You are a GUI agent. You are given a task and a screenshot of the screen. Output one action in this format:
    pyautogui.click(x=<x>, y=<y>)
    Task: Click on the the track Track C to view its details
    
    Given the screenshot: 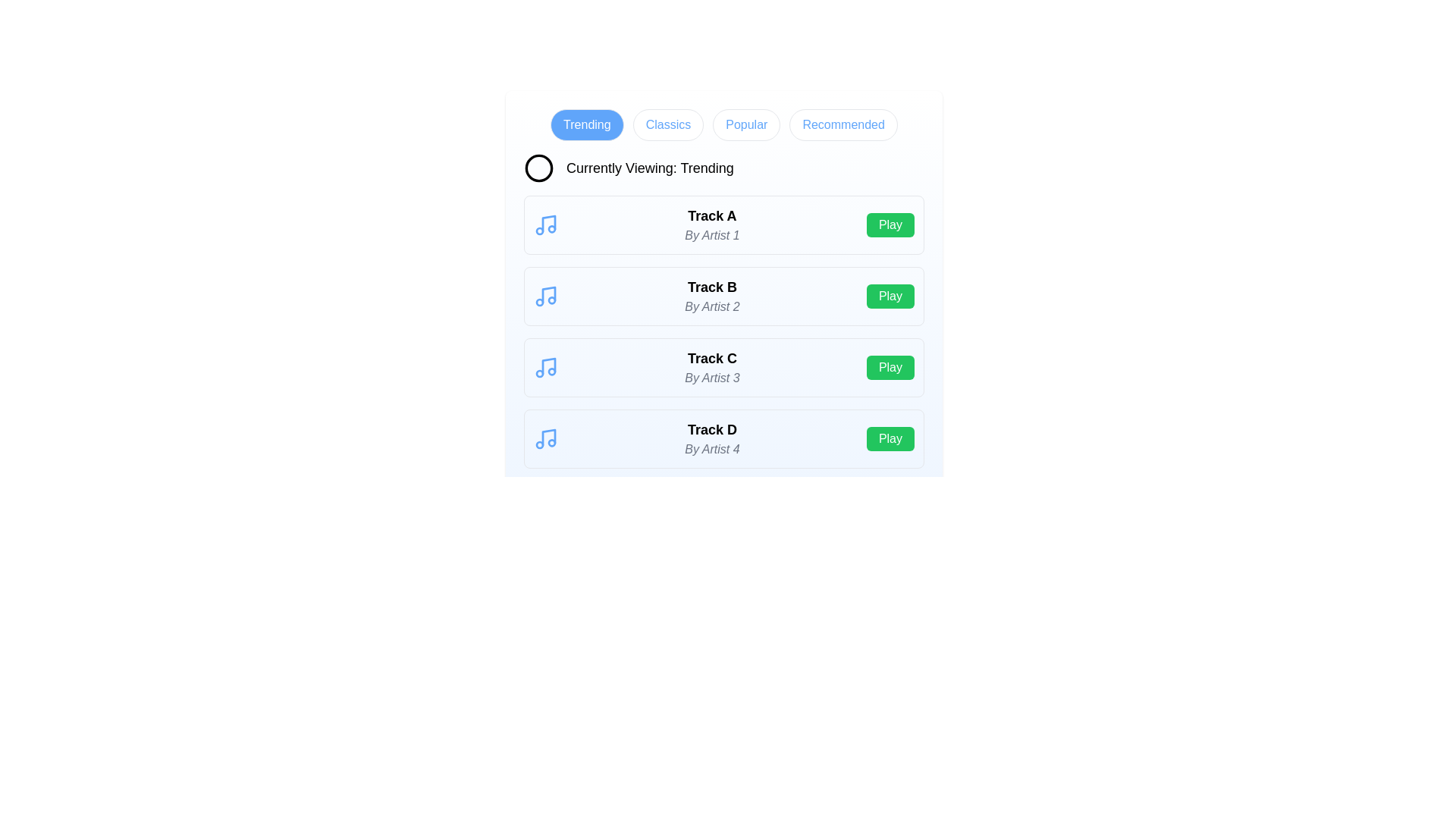 What is the action you would take?
    pyautogui.click(x=711, y=368)
    